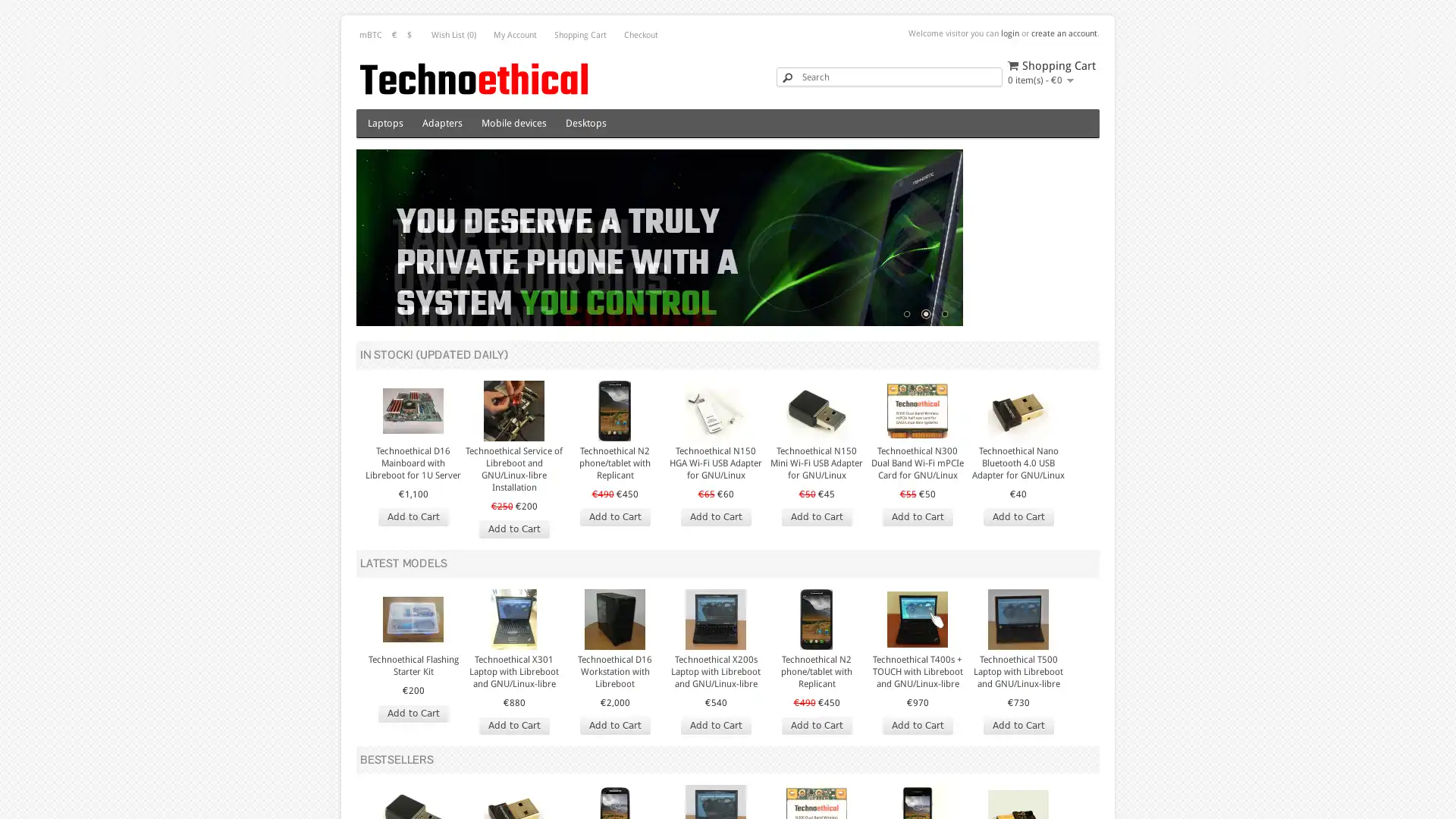 The width and height of the screenshot is (1456, 819). I want to click on Add to Cart, so click(614, 775).